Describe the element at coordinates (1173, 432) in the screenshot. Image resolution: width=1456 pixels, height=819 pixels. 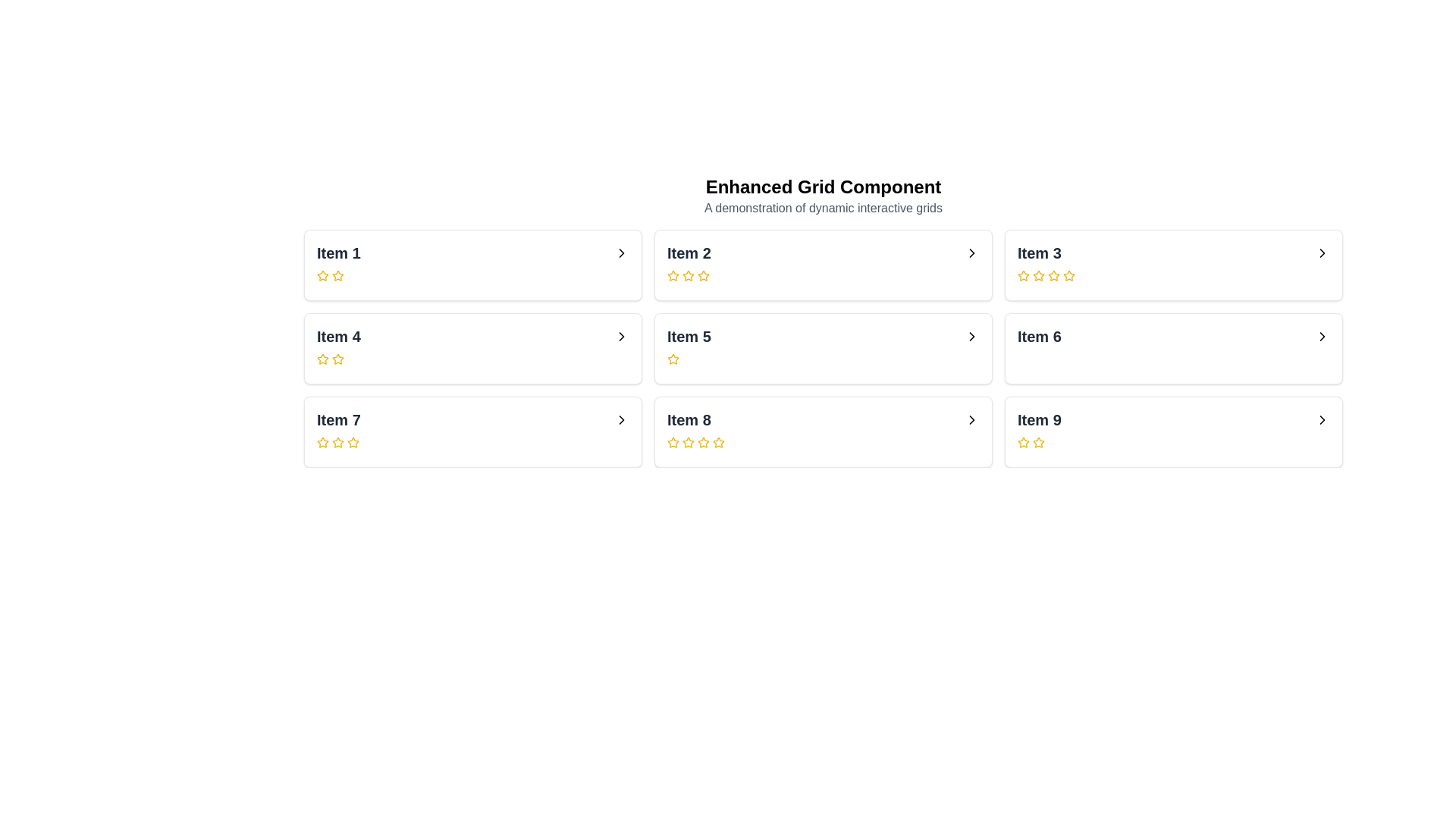
I see `the ninth card in the grid layout` at that location.